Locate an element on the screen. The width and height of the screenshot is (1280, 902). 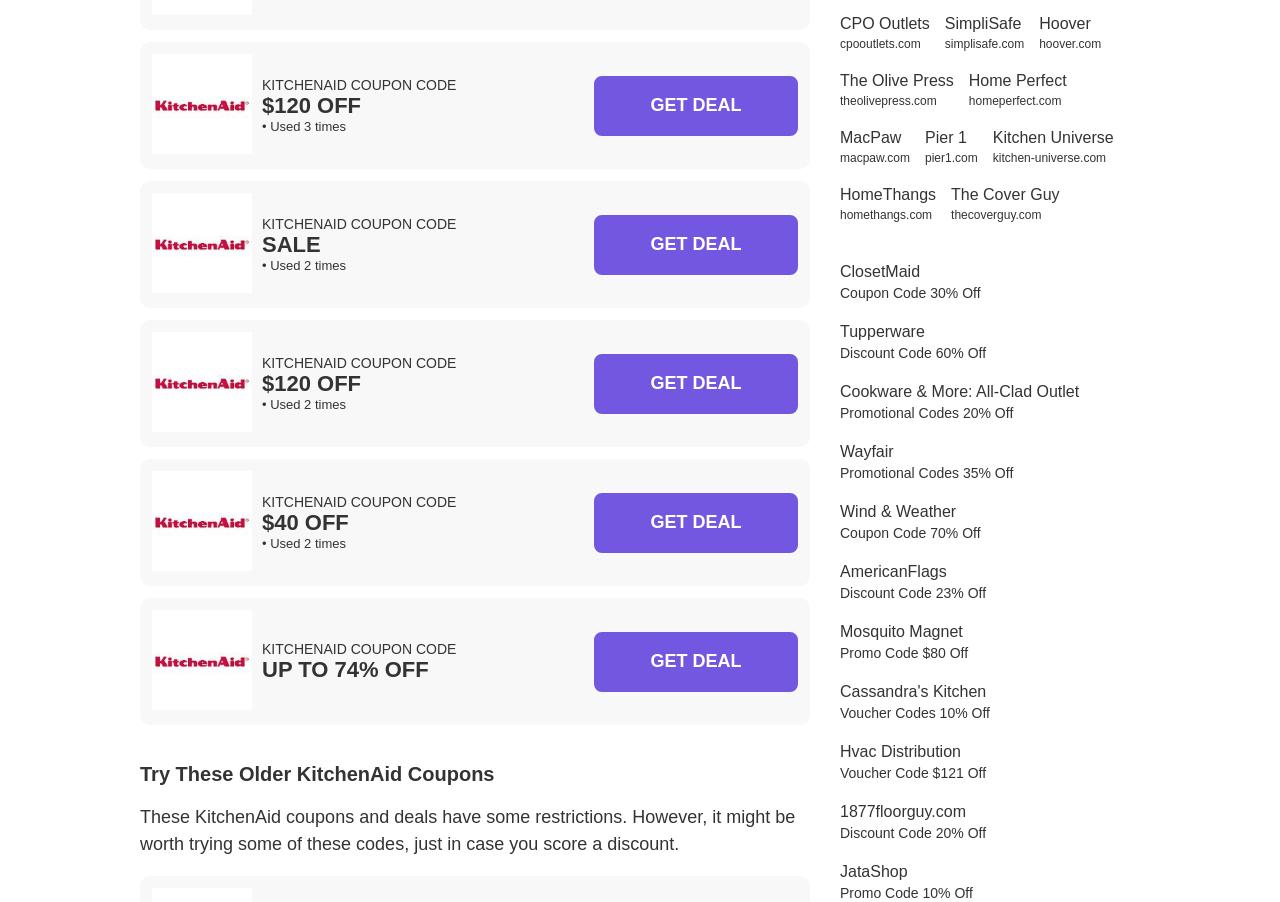
'Coupon Code 30% Off' is located at coordinates (908, 291).